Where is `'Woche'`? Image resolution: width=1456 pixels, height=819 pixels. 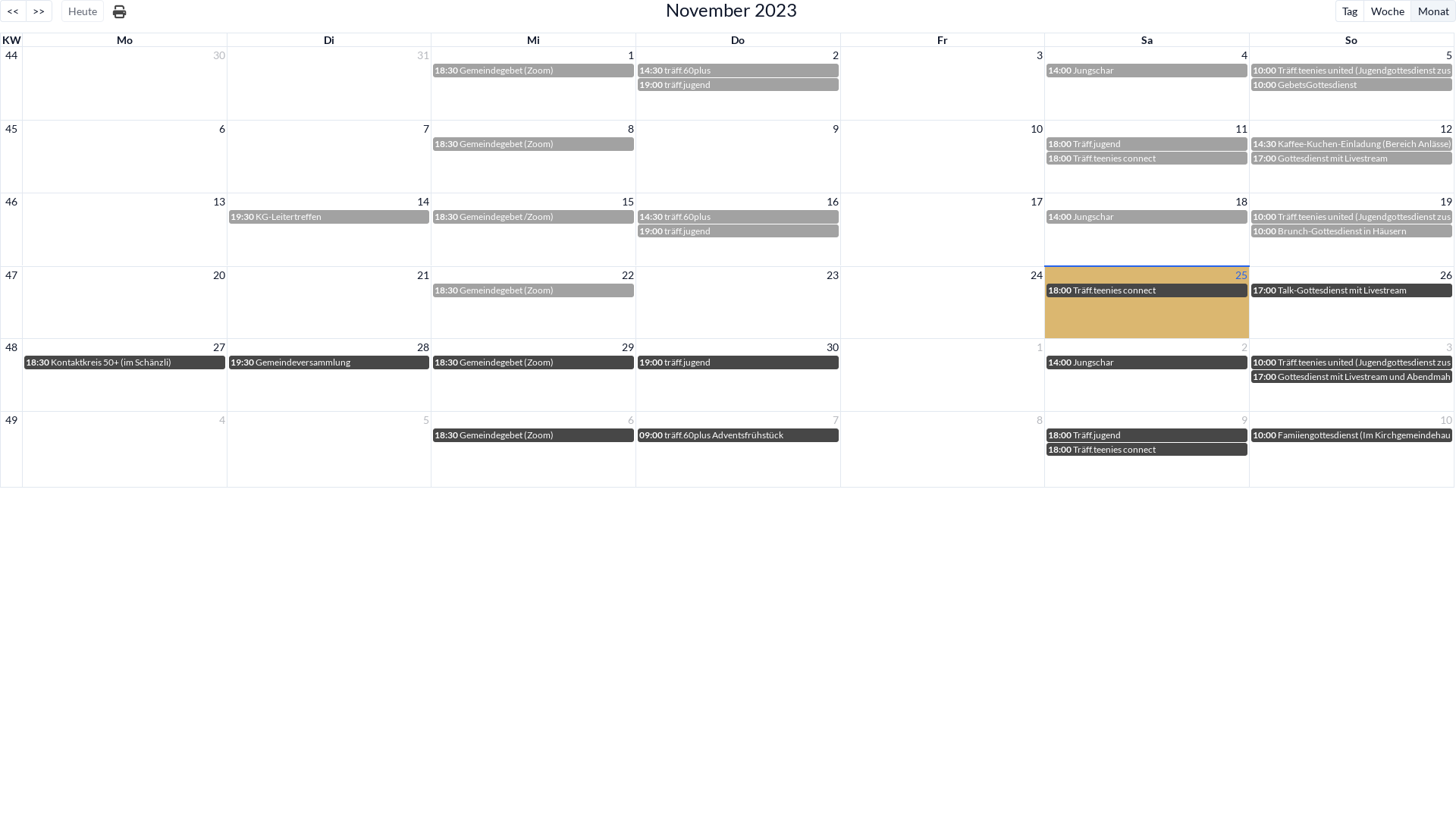
'Woche' is located at coordinates (1386, 11).